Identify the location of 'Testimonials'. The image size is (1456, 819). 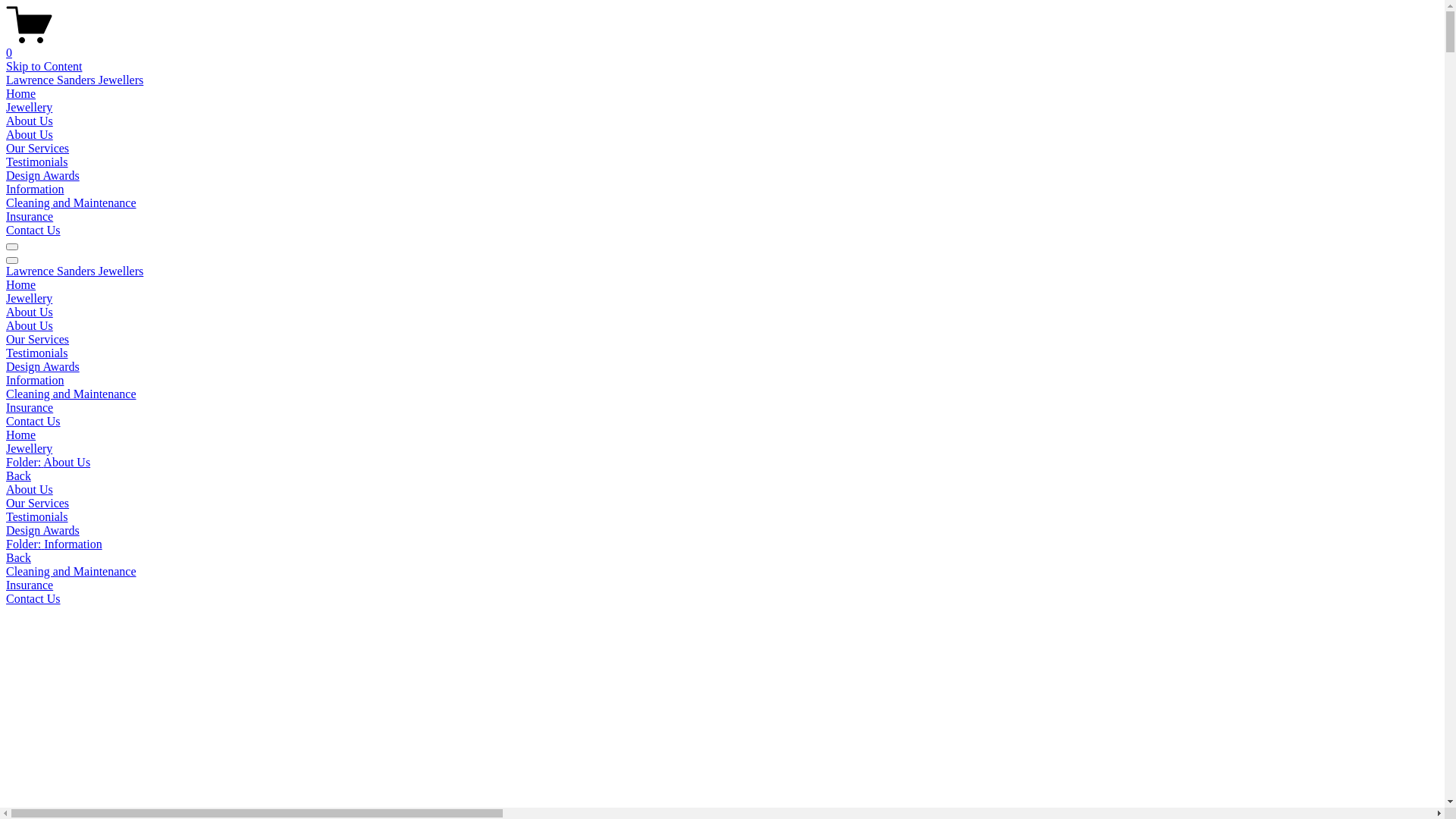
(36, 353).